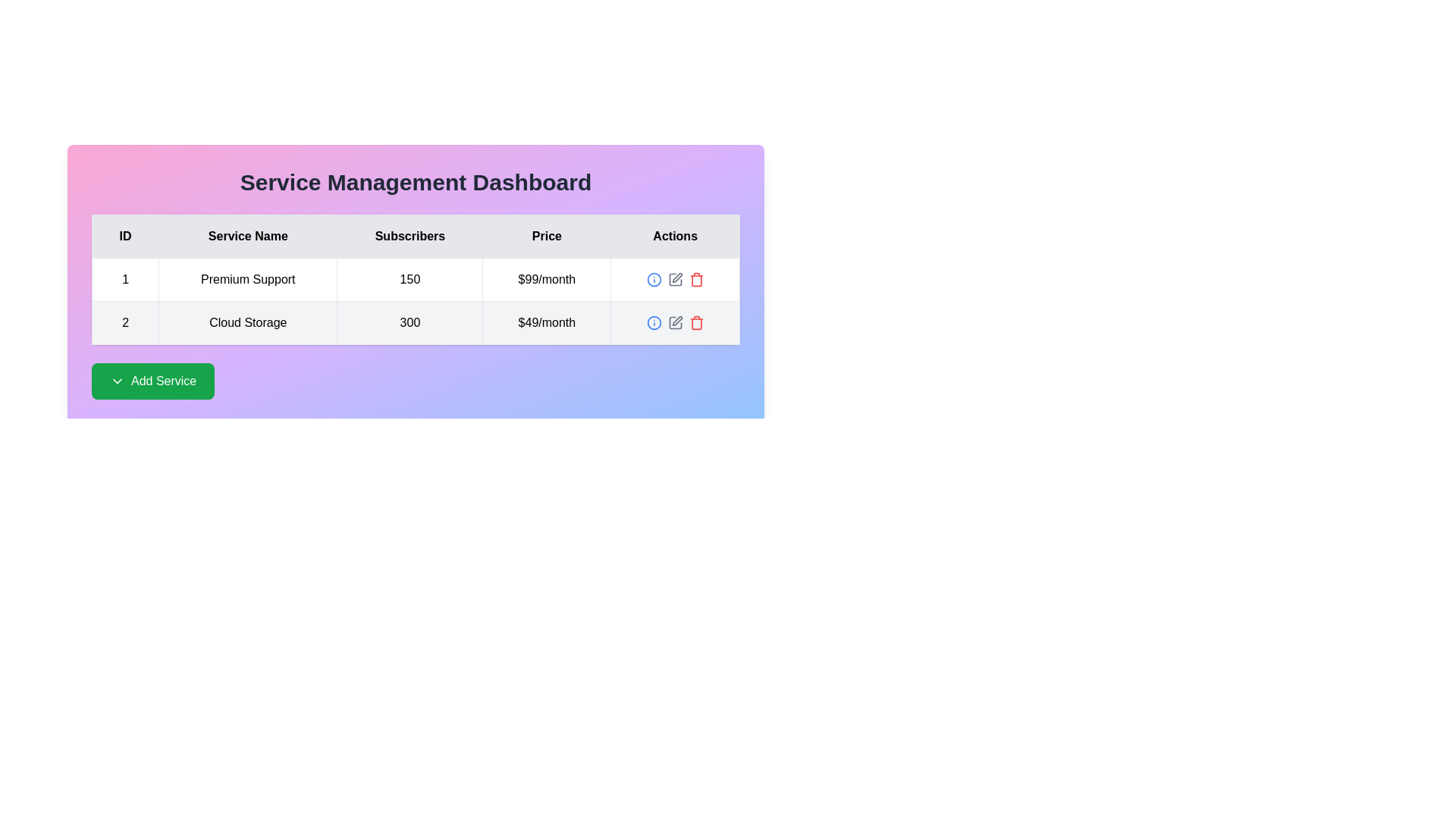 This screenshot has width=1456, height=819. I want to click on the numeric value '150' in the 'Subscribers' column, which is the third cell in the first row of the table, so click(416, 284).